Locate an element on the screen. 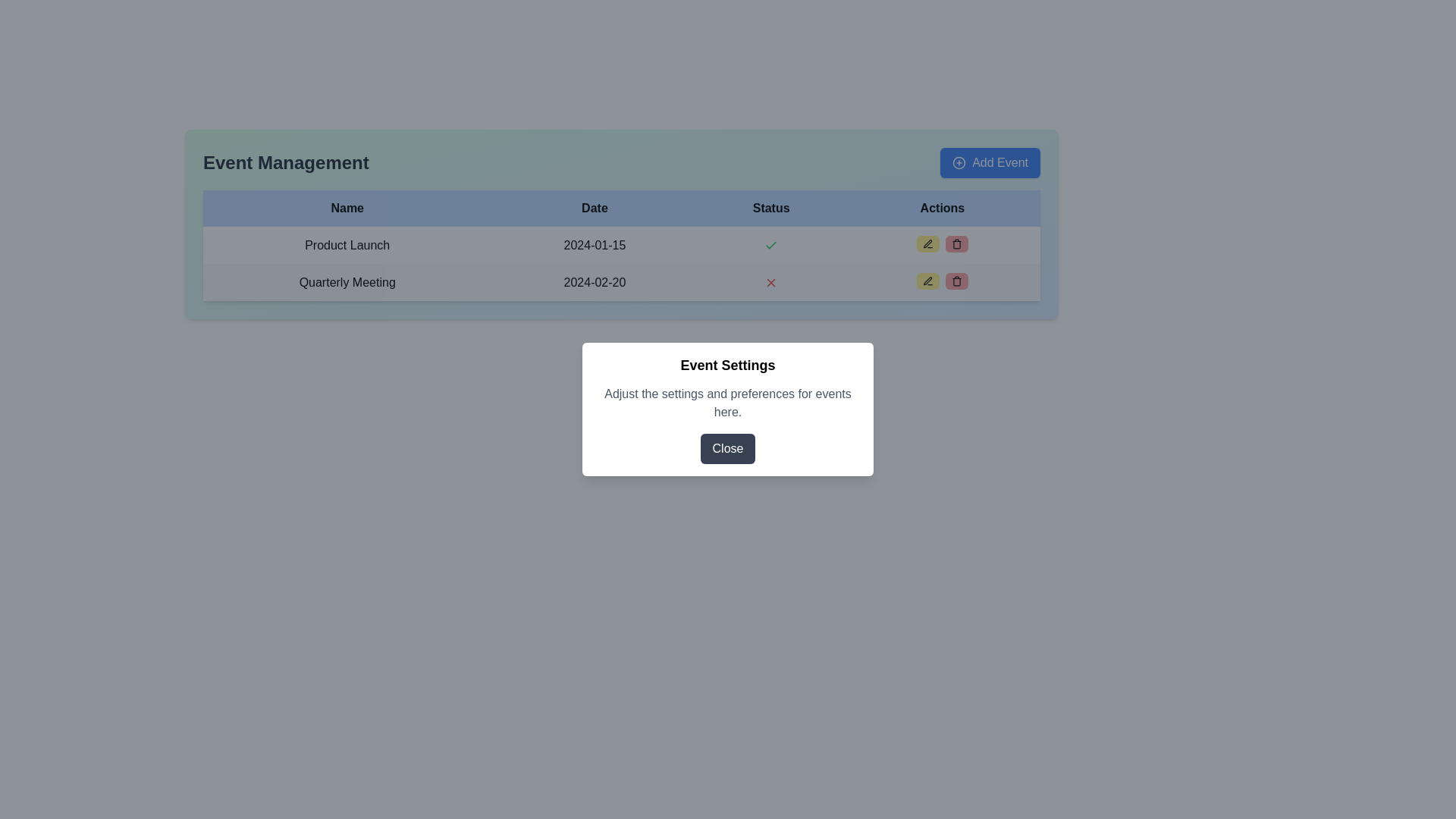 The height and width of the screenshot is (819, 1456). the green checkmark icon in the 'Status' column of the Event Management table for the 'Product Launch' row, which symbolizes a successful status is located at coordinates (771, 244).